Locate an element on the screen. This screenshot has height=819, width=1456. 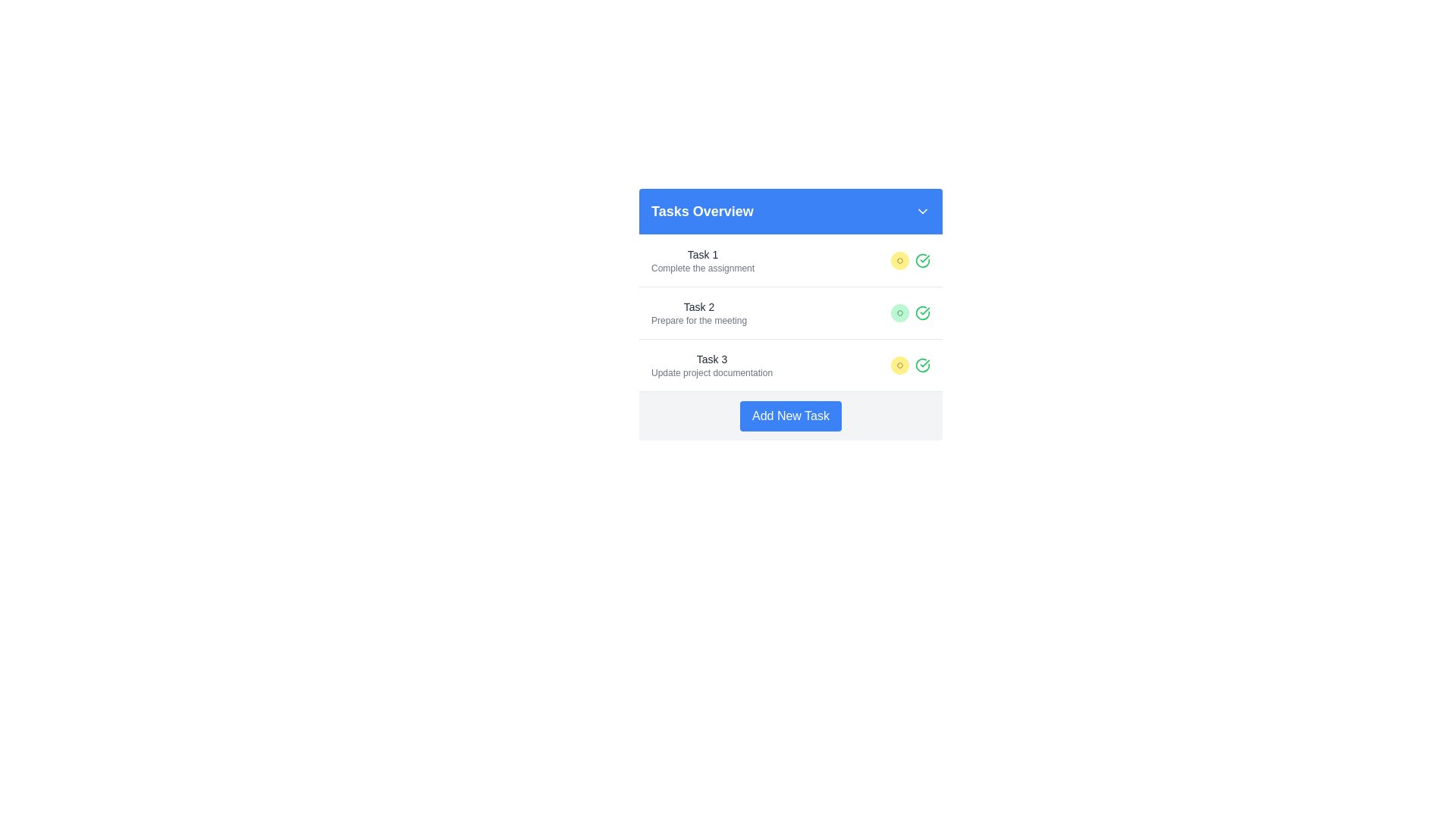
the first list item in the 'Tasks Overview' section that displays 'Task 1' with the action 'Complete the assignment' and a yellow 'pending' badge is located at coordinates (789, 260).